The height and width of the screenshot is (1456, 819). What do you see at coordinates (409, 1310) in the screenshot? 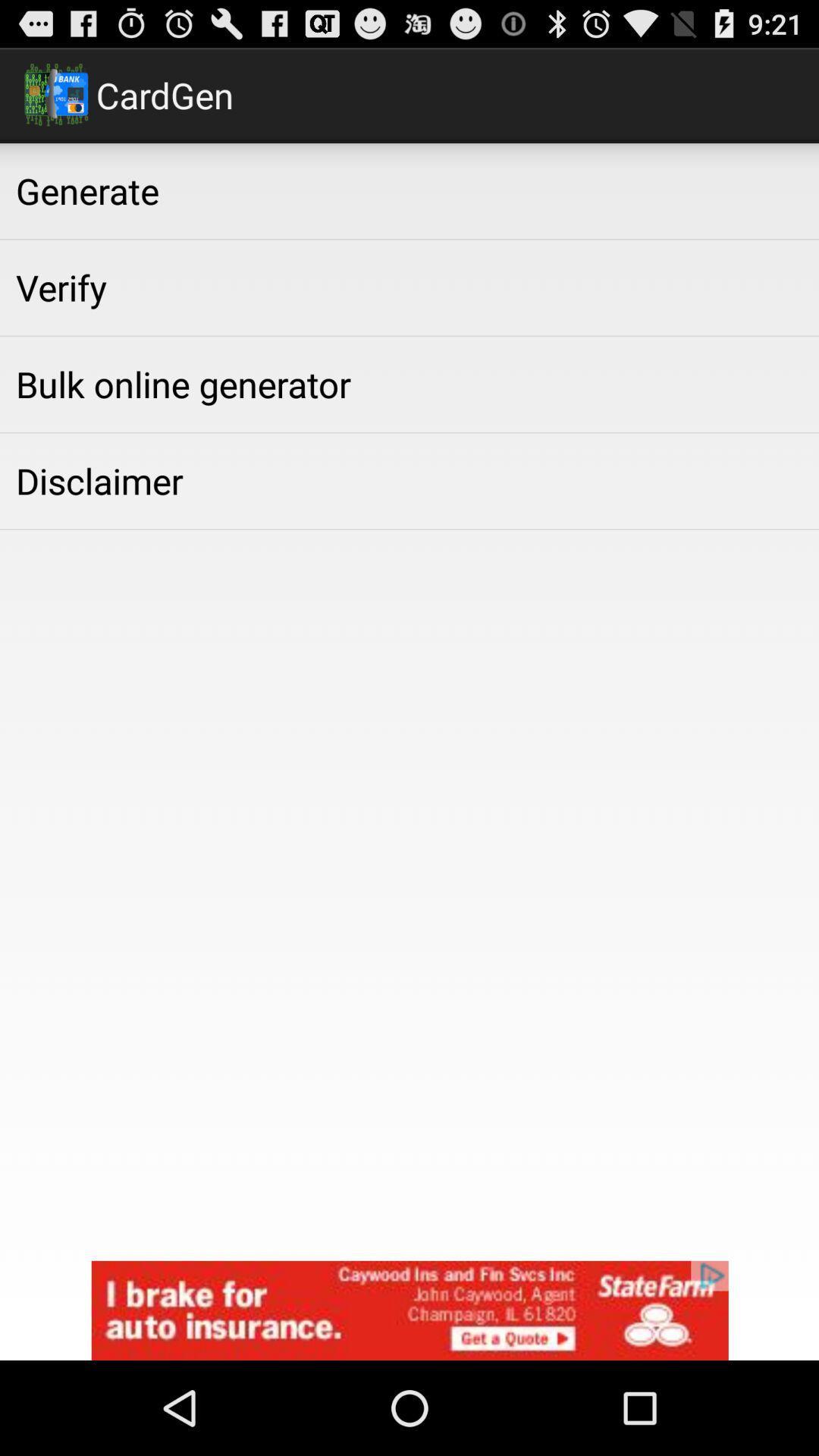
I see `open advertisement` at bounding box center [409, 1310].